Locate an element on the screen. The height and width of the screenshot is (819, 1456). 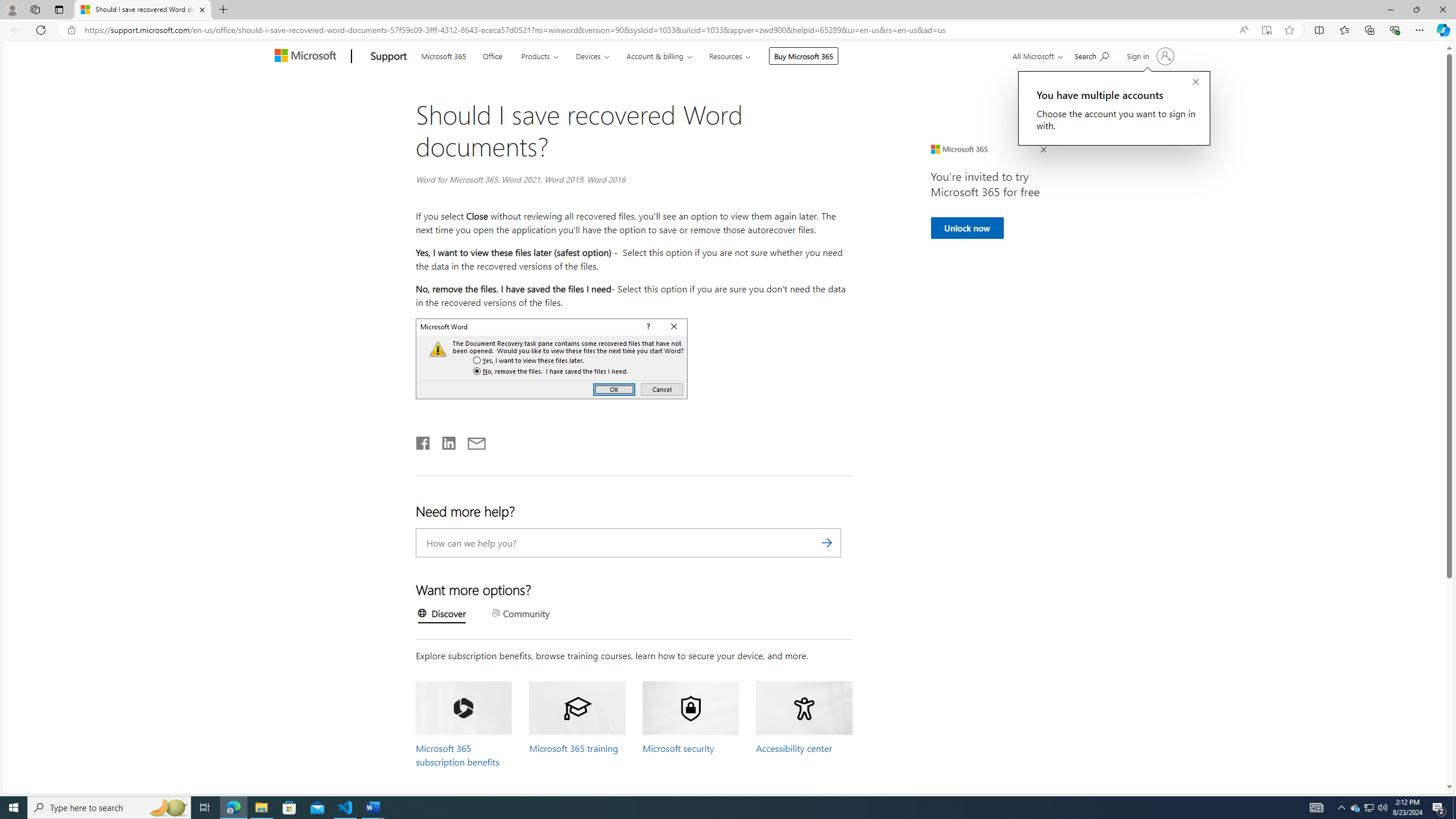
'Unlock now' is located at coordinates (966, 228).